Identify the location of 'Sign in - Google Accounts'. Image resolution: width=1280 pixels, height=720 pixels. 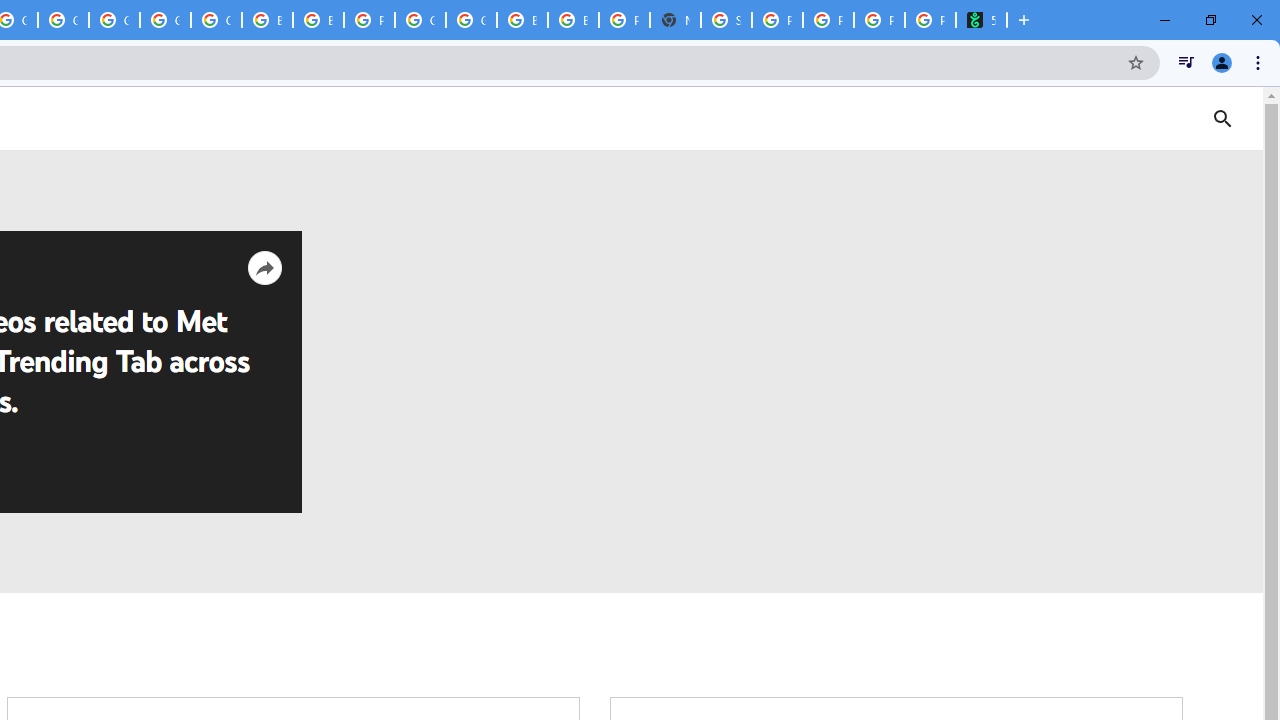
(726, 20).